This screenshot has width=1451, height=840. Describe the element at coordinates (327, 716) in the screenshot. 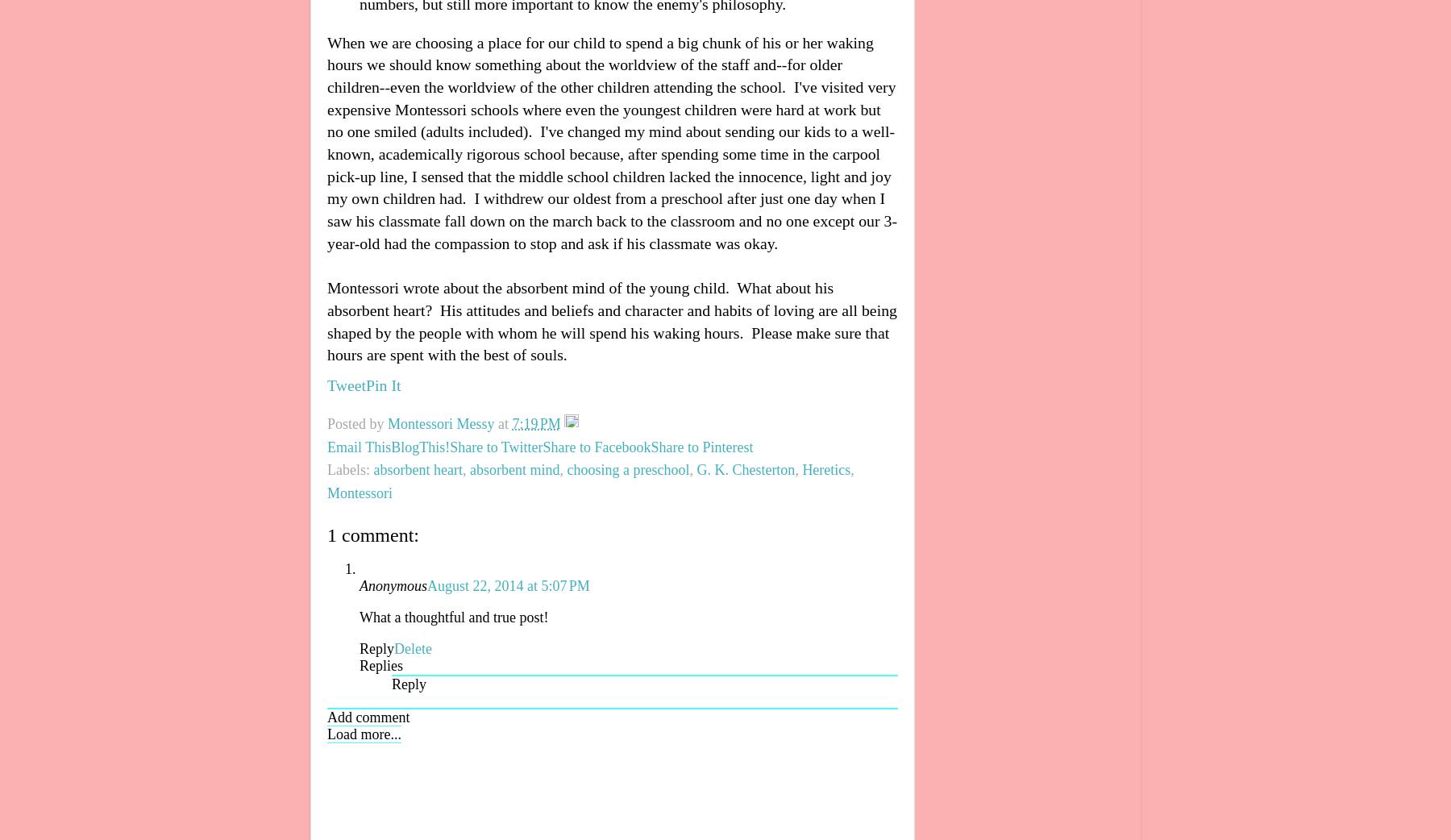

I see `'Add comment'` at that location.